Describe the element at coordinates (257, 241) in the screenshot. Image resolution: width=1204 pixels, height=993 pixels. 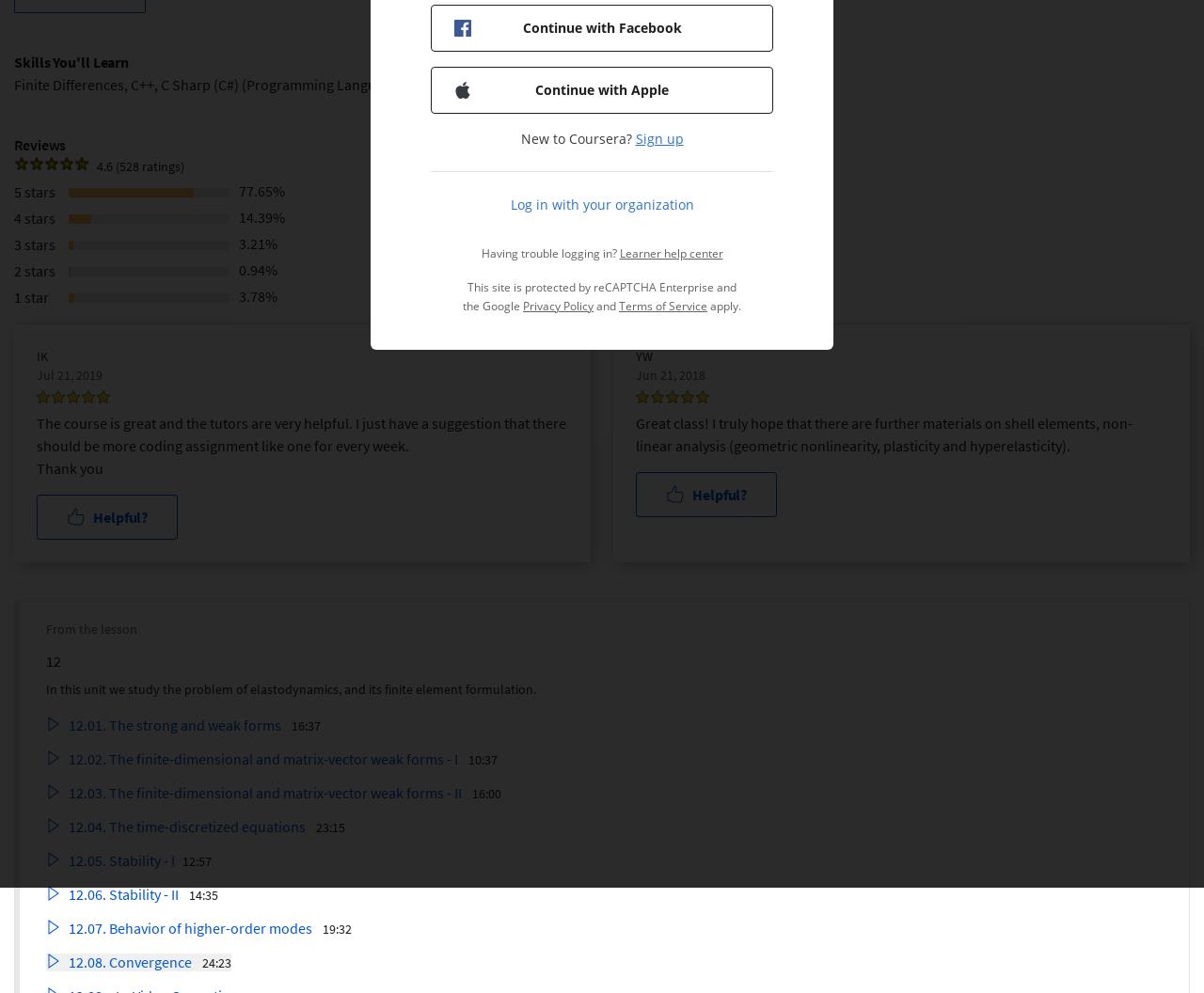
I see `'3.21%'` at that location.